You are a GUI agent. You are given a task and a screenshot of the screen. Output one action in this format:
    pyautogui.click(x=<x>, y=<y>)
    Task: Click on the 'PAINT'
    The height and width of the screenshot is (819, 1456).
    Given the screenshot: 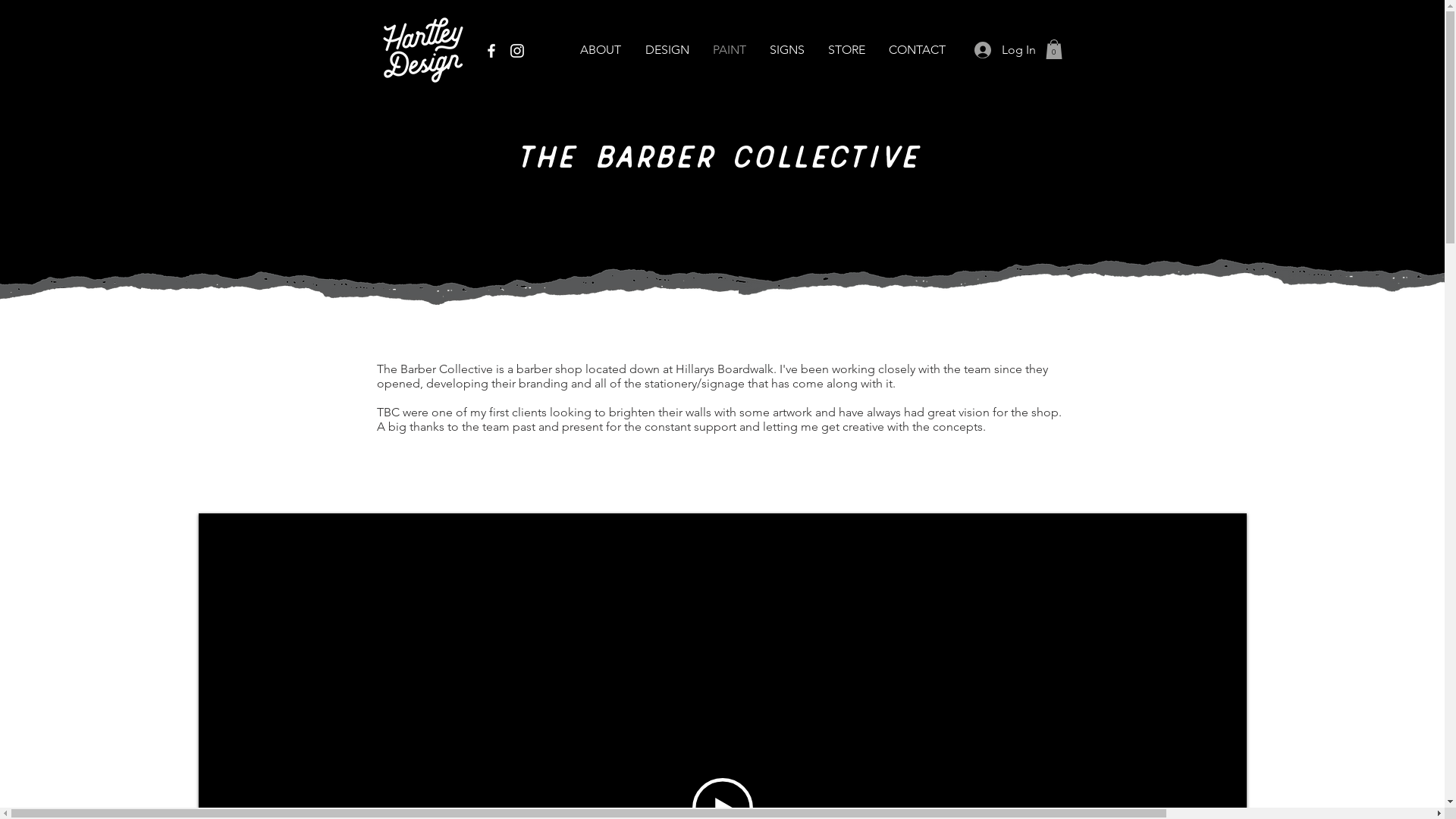 What is the action you would take?
    pyautogui.click(x=700, y=49)
    